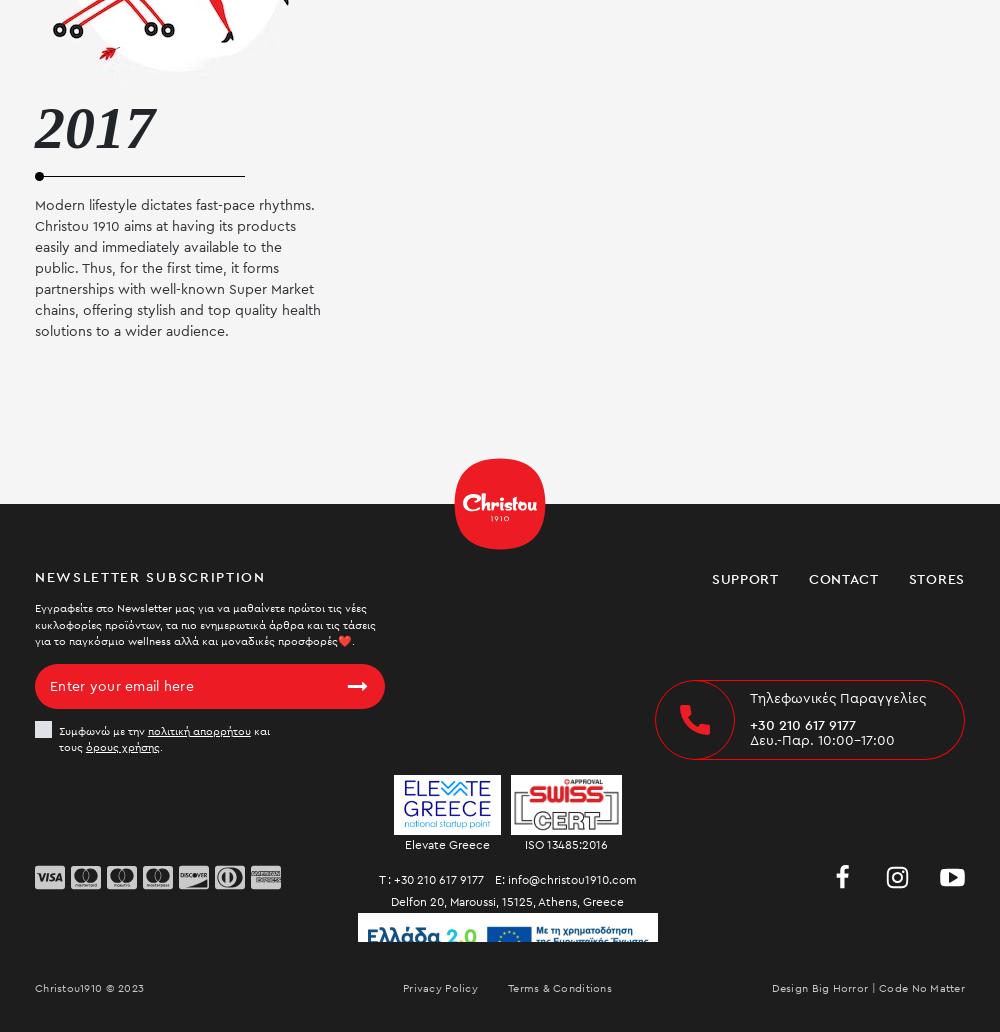 The image size is (1000, 1032). I want to click on 'Privacy Policy', so click(439, 987).